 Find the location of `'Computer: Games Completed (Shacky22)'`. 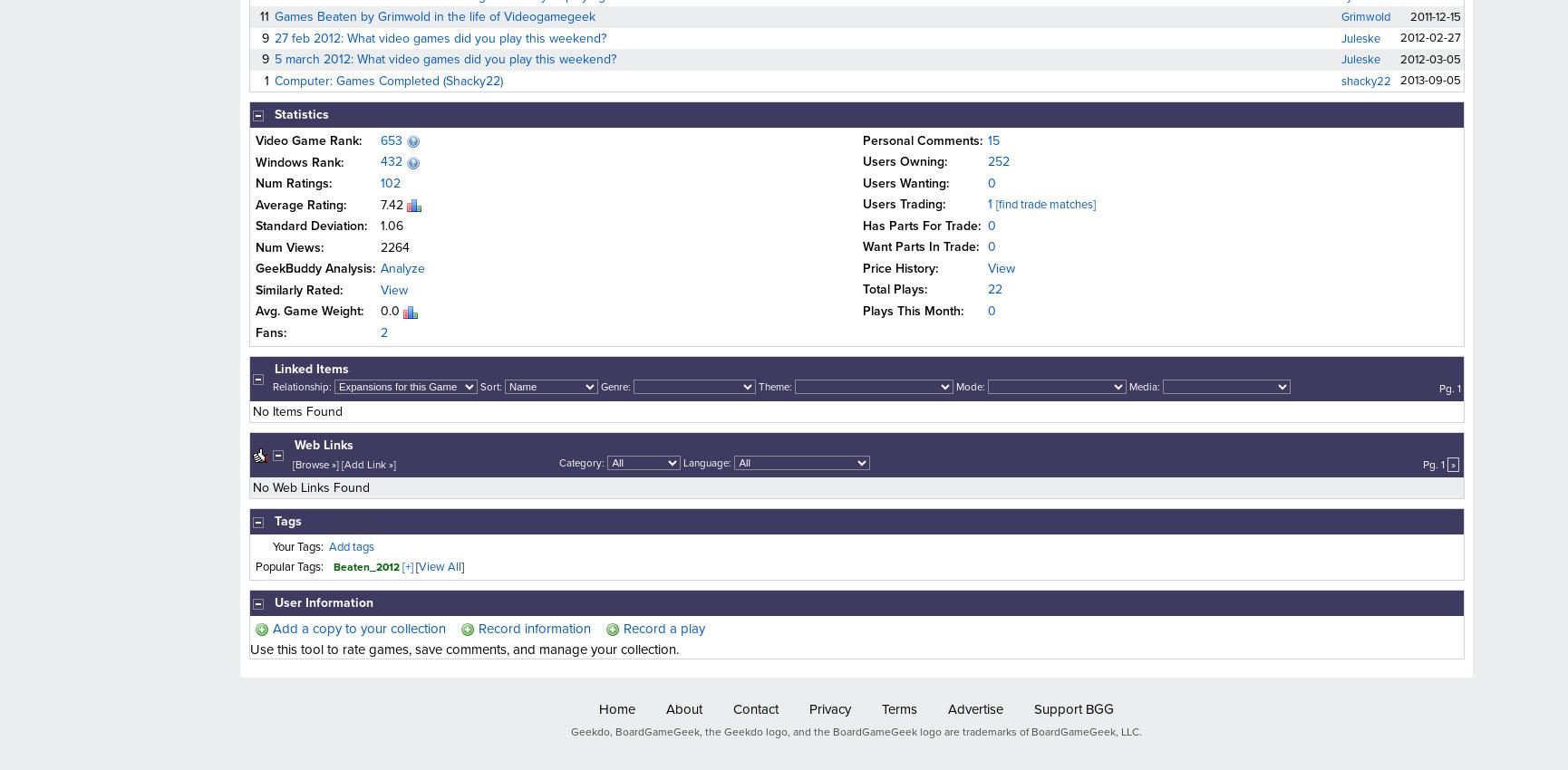

'Computer: Games Completed (Shacky22)' is located at coordinates (389, 79).